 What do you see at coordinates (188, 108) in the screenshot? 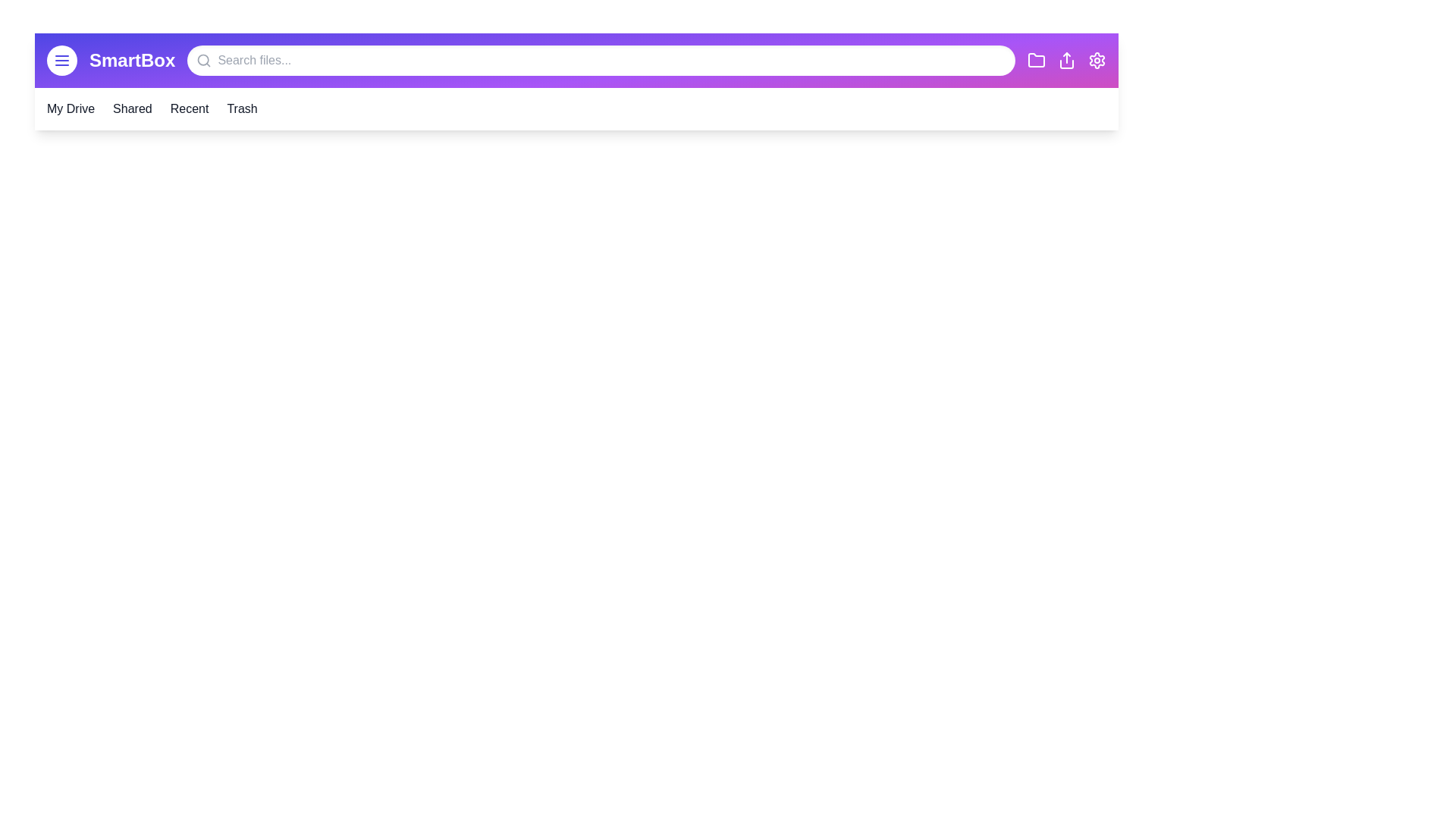
I see `the 'Recent' section to navigate to it` at bounding box center [188, 108].